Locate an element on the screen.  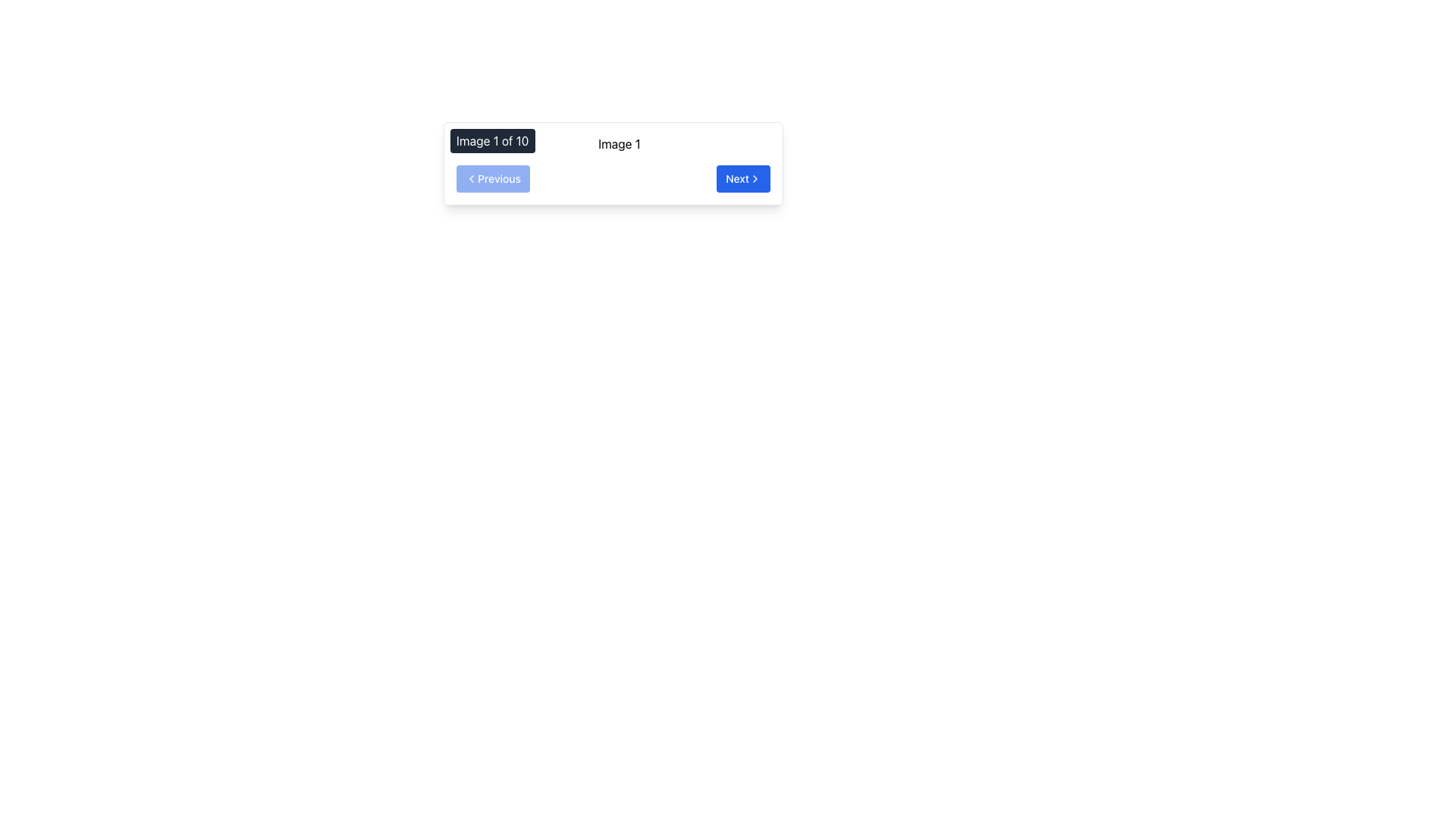
the 'Previous' button is located at coordinates (493, 177).